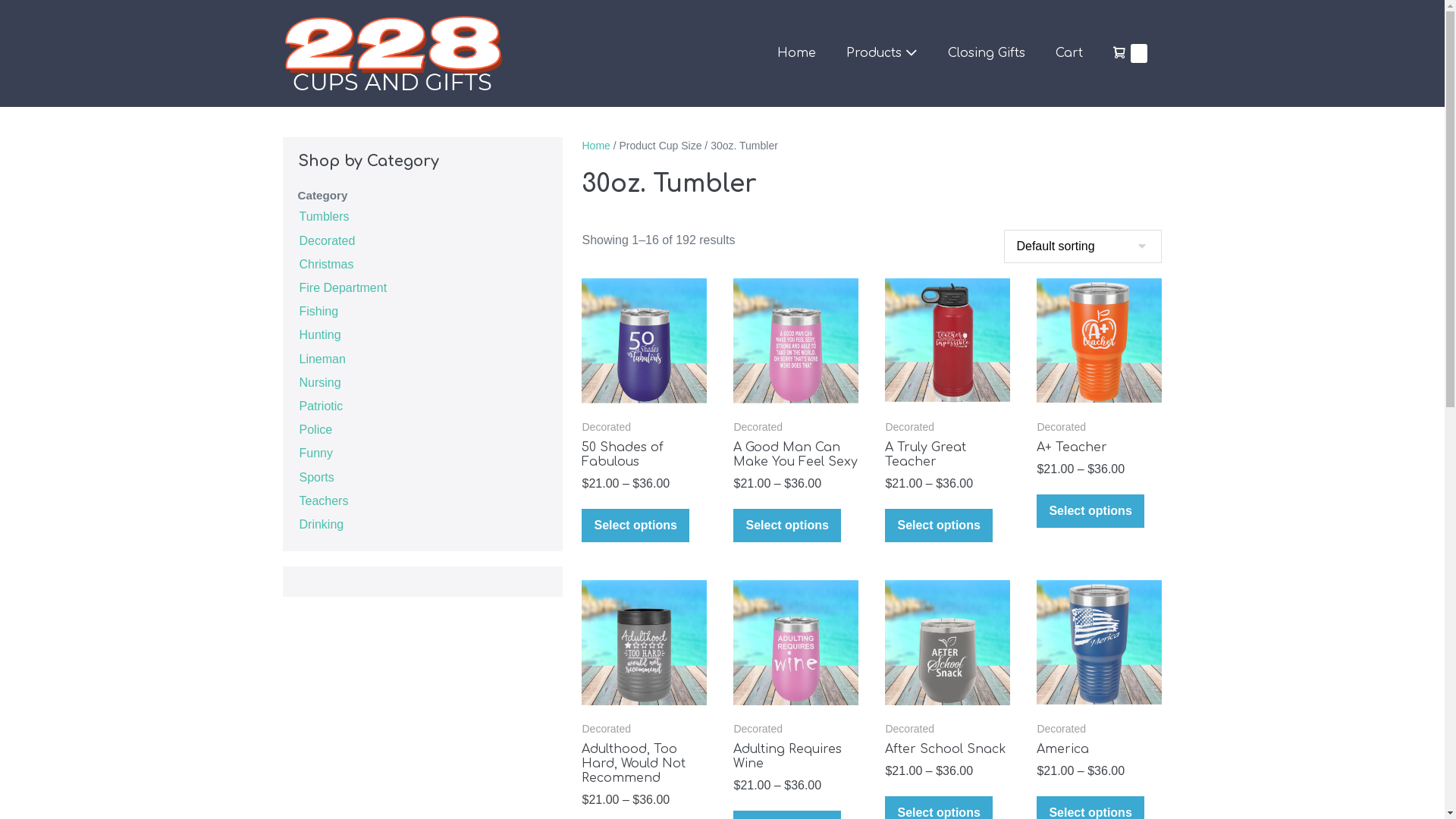 This screenshot has height=819, width=1456. Describe the element at coordinates (318, 381) in the screenshot. I see `'Nursing'` at that location.